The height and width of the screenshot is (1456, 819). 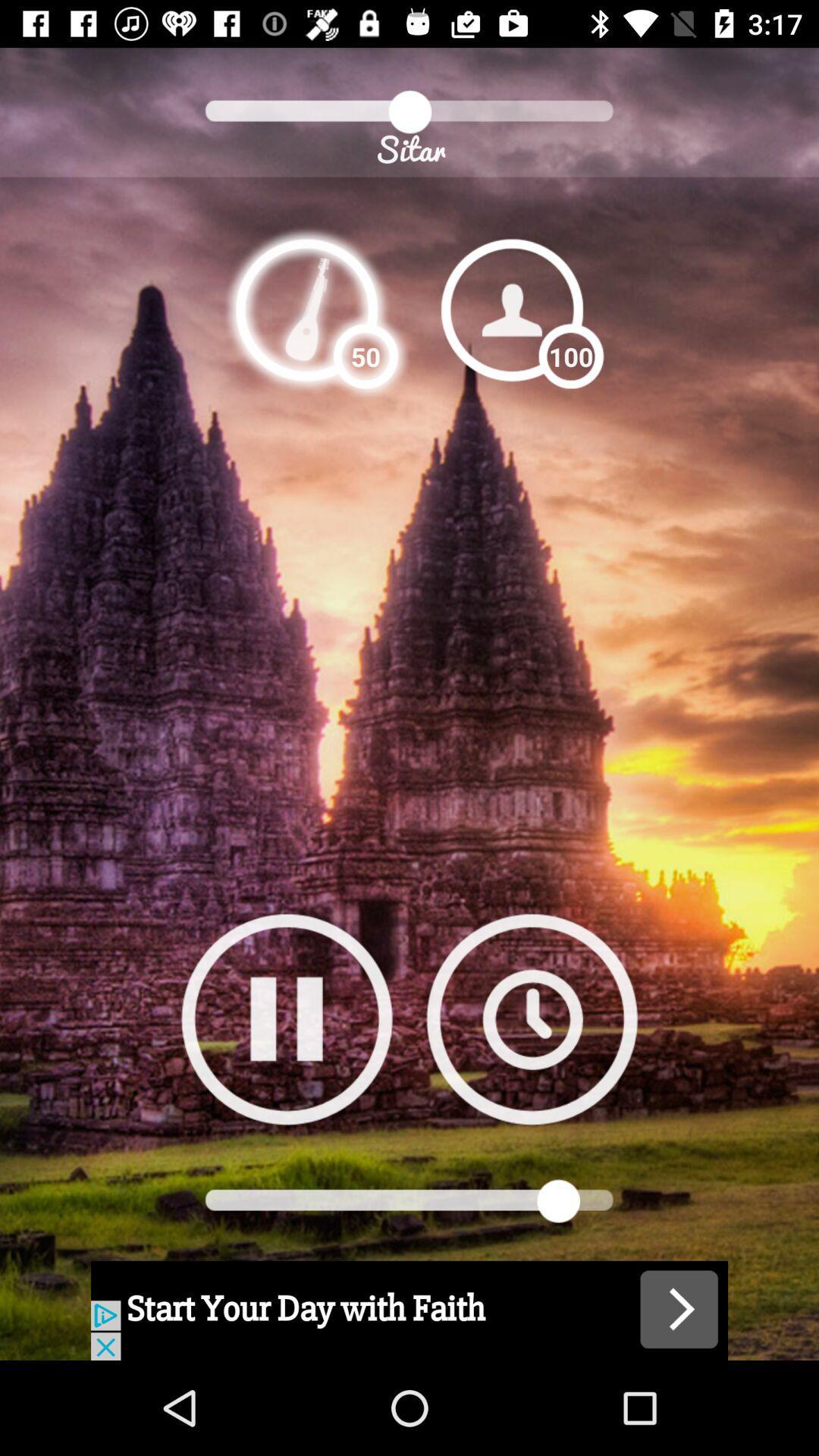 What do you see at coordinates (287, 1018) in the screenshot?
I see `the stop option` at bounding box center [287, 1018].